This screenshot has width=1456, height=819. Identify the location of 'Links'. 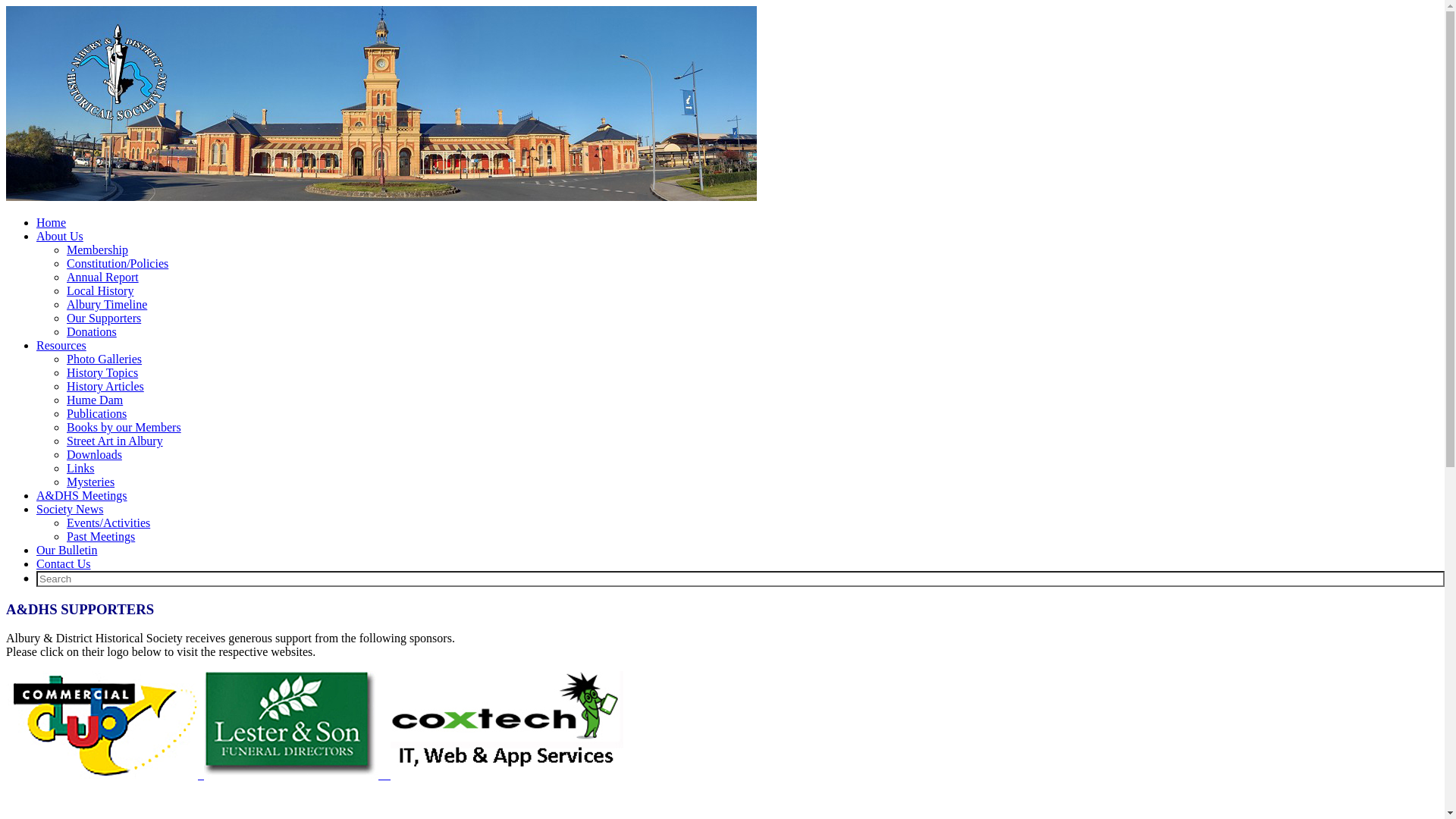
(79, 467).